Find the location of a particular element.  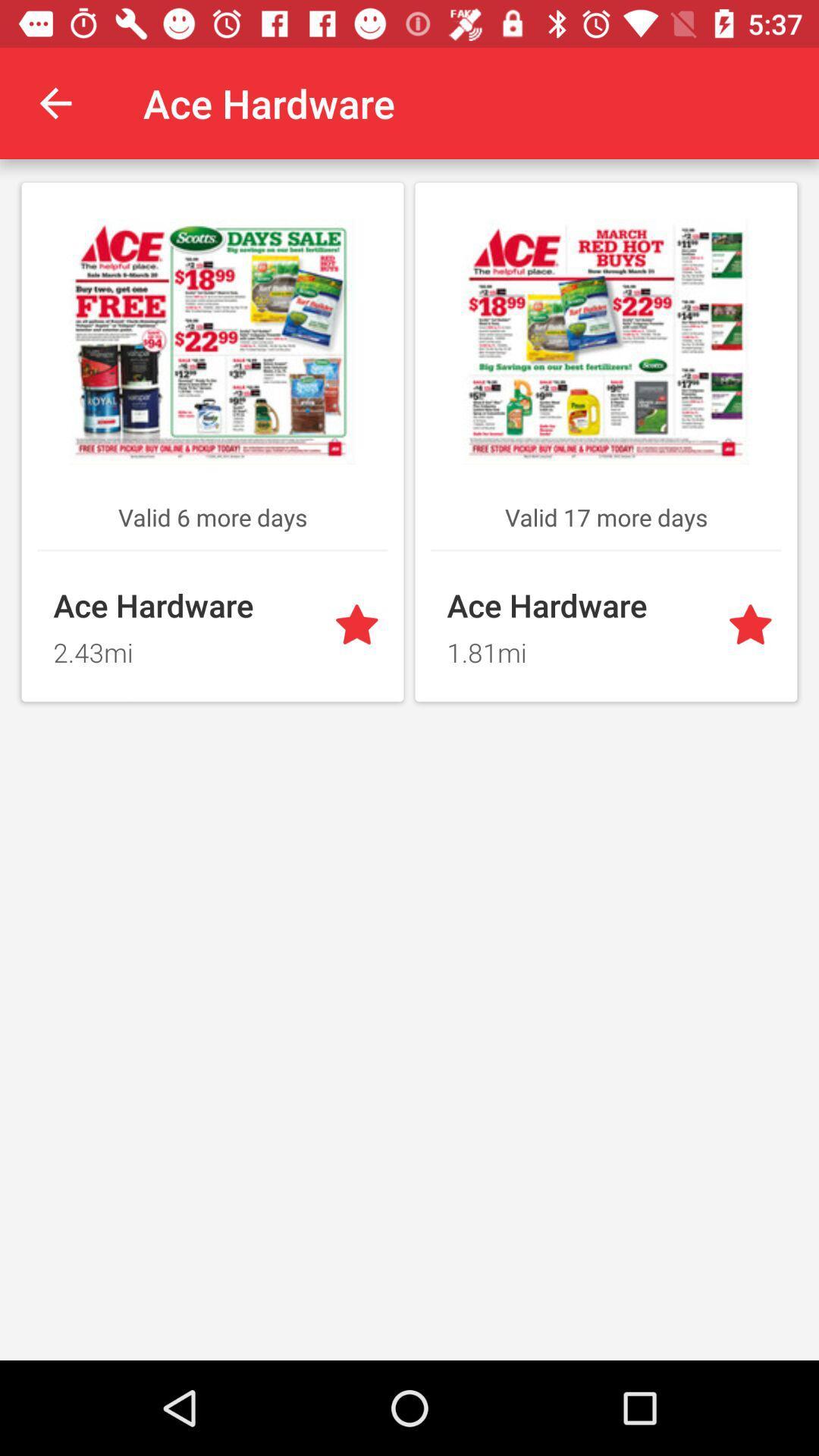

1.81mi is located at coordinates (578, 648).